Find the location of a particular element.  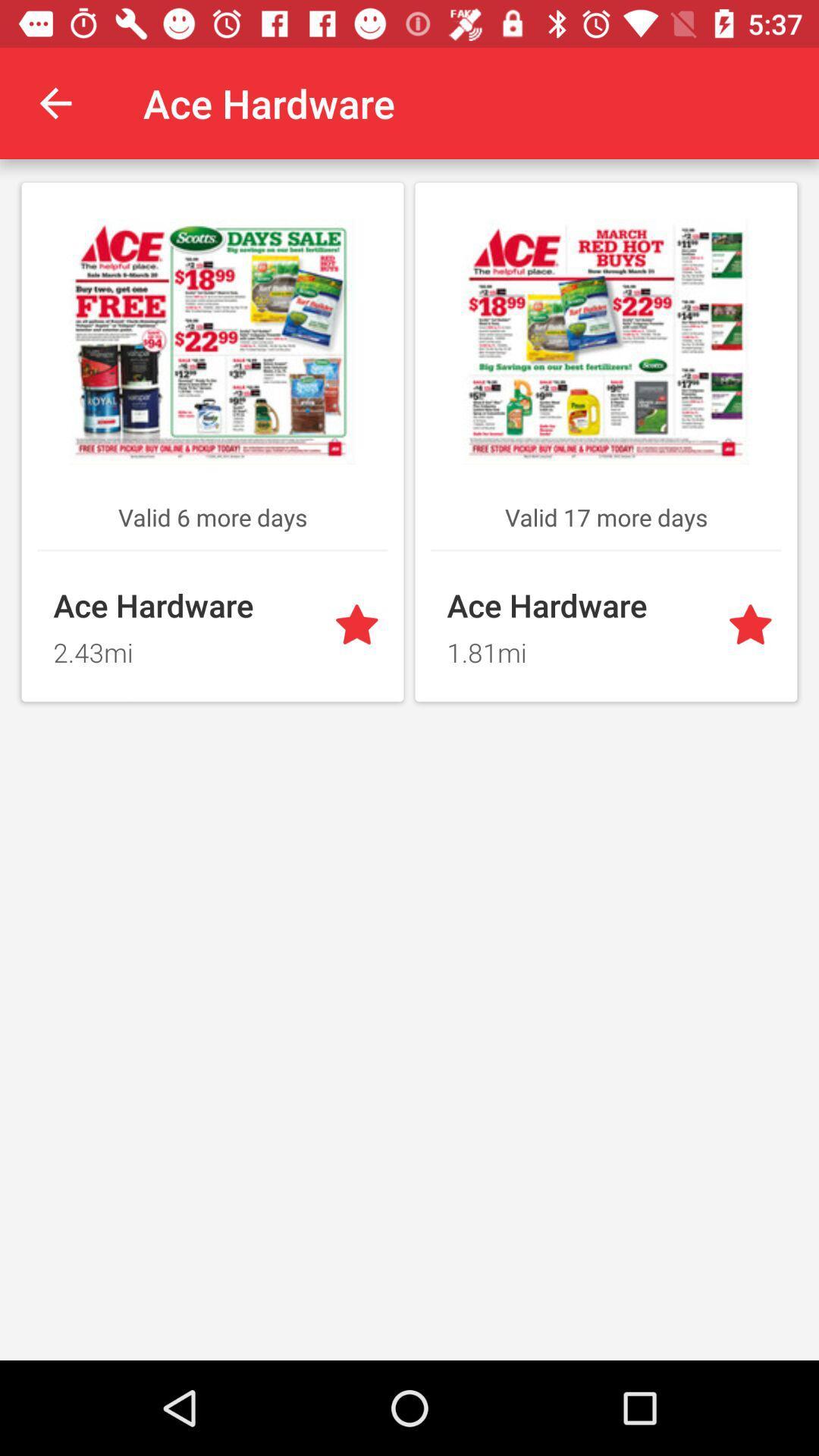

1.81mi is located at coordinates (578, 648).